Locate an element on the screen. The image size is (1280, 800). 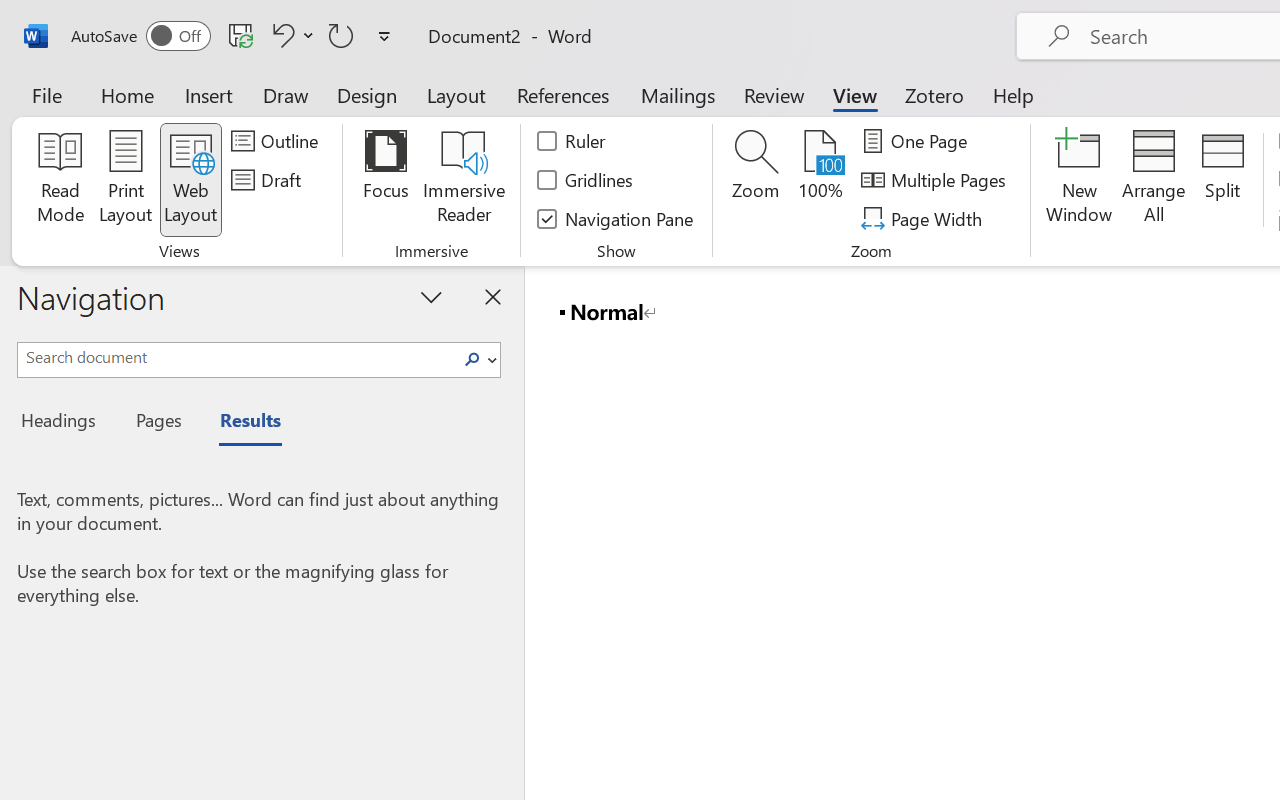
'One Page' is located at coordinates (916, 141).